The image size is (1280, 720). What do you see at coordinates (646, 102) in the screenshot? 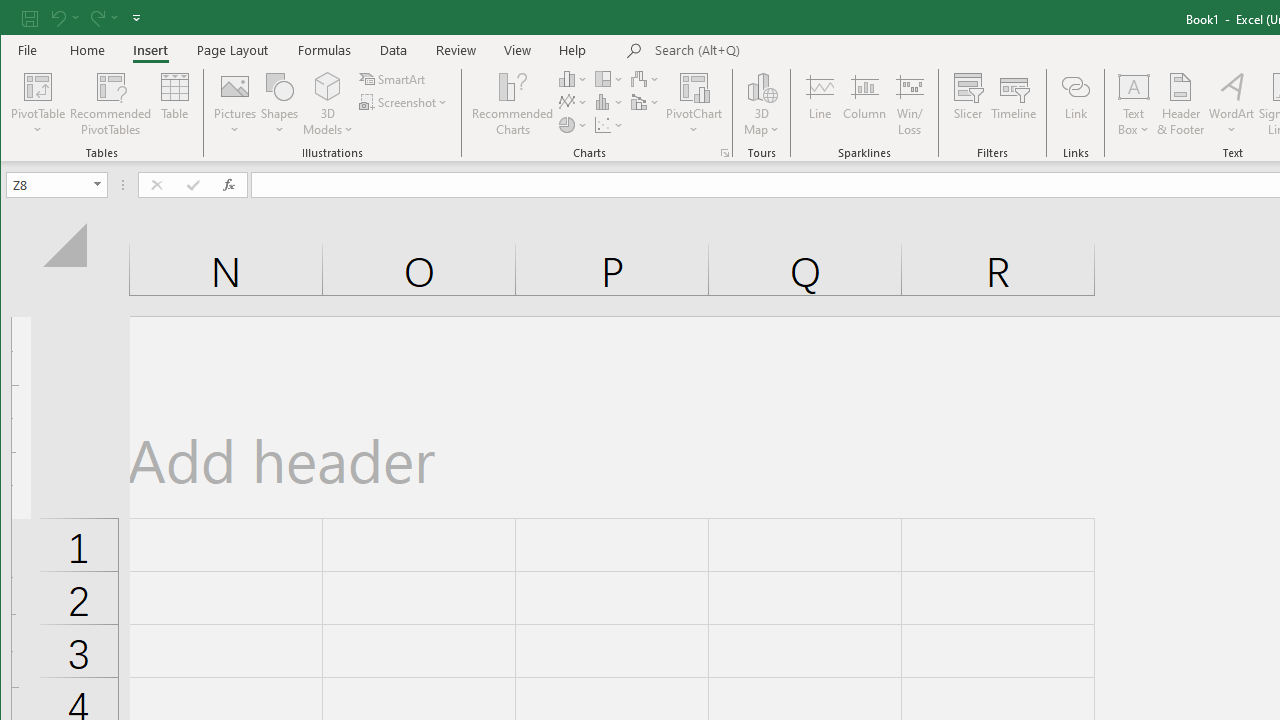
I see `'Insert Combo Chart'` at bounding box center [646, 102].